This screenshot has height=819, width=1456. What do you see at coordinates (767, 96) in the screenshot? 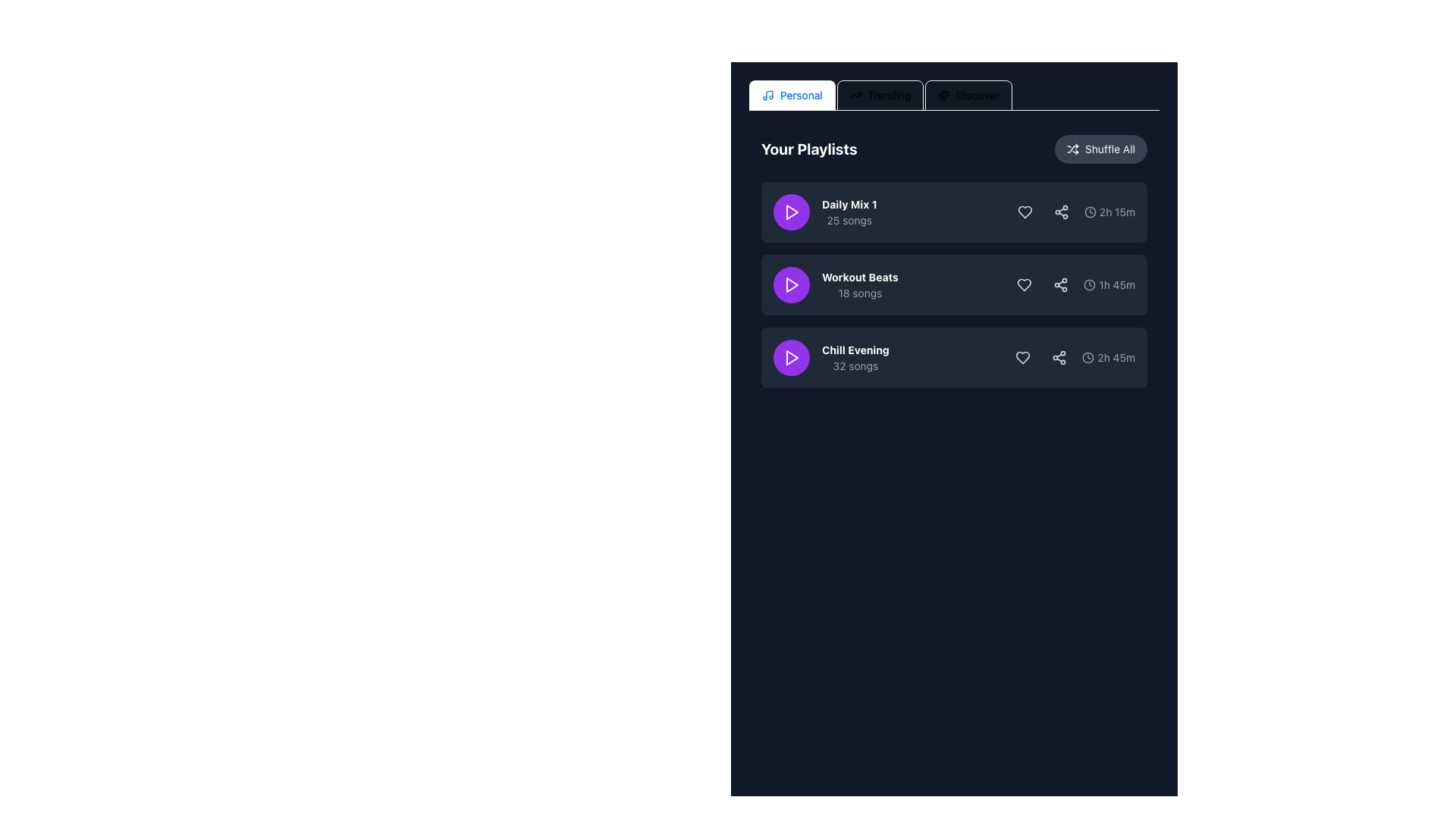
I see `the small music icon styled as a note, which is light-colored and located next to the text 'Personal' within the navigation tab` at bounding box center [767, 96].